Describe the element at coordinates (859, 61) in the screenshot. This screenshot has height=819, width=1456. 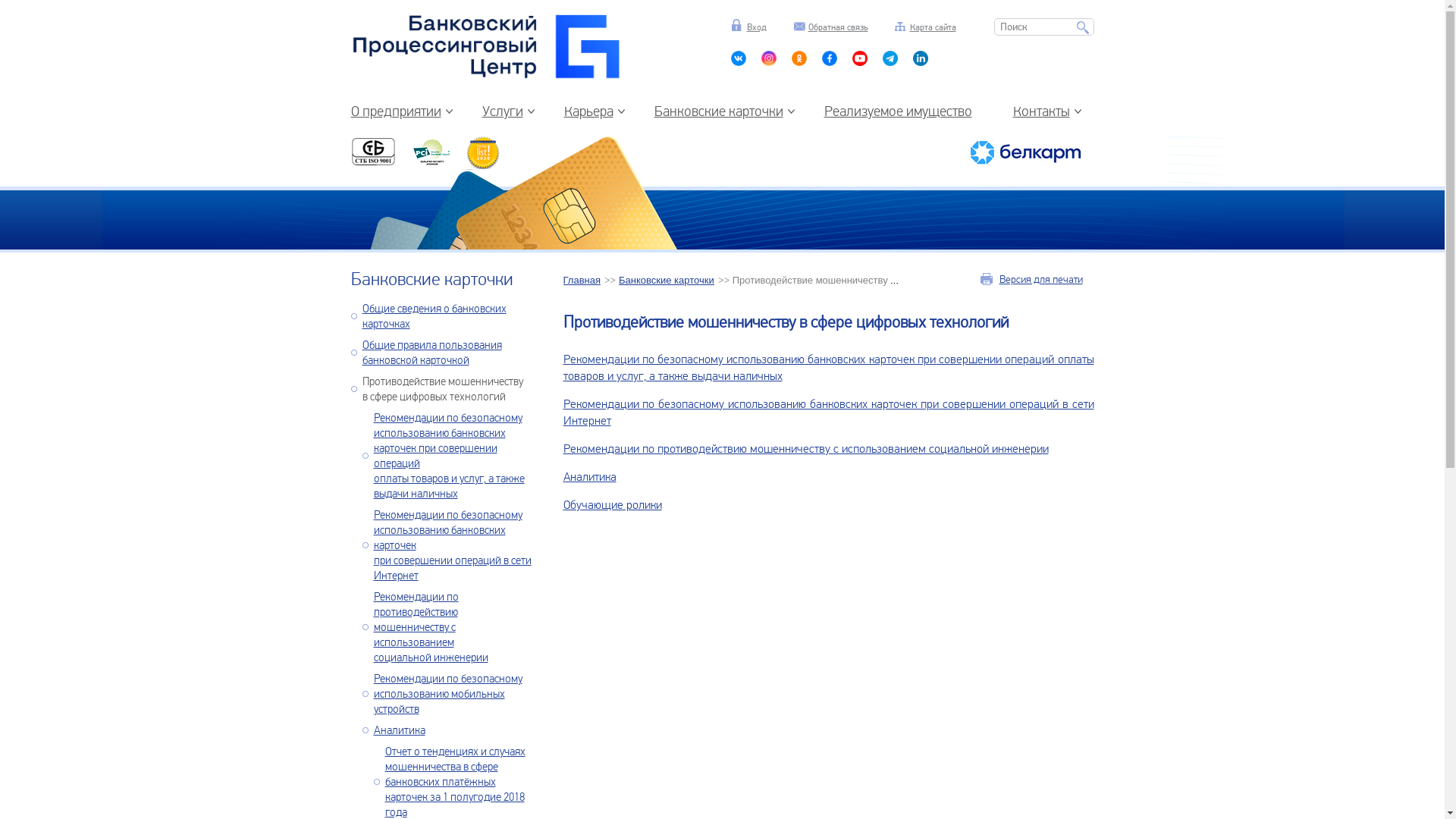
I see `'Facebook'` at that location.